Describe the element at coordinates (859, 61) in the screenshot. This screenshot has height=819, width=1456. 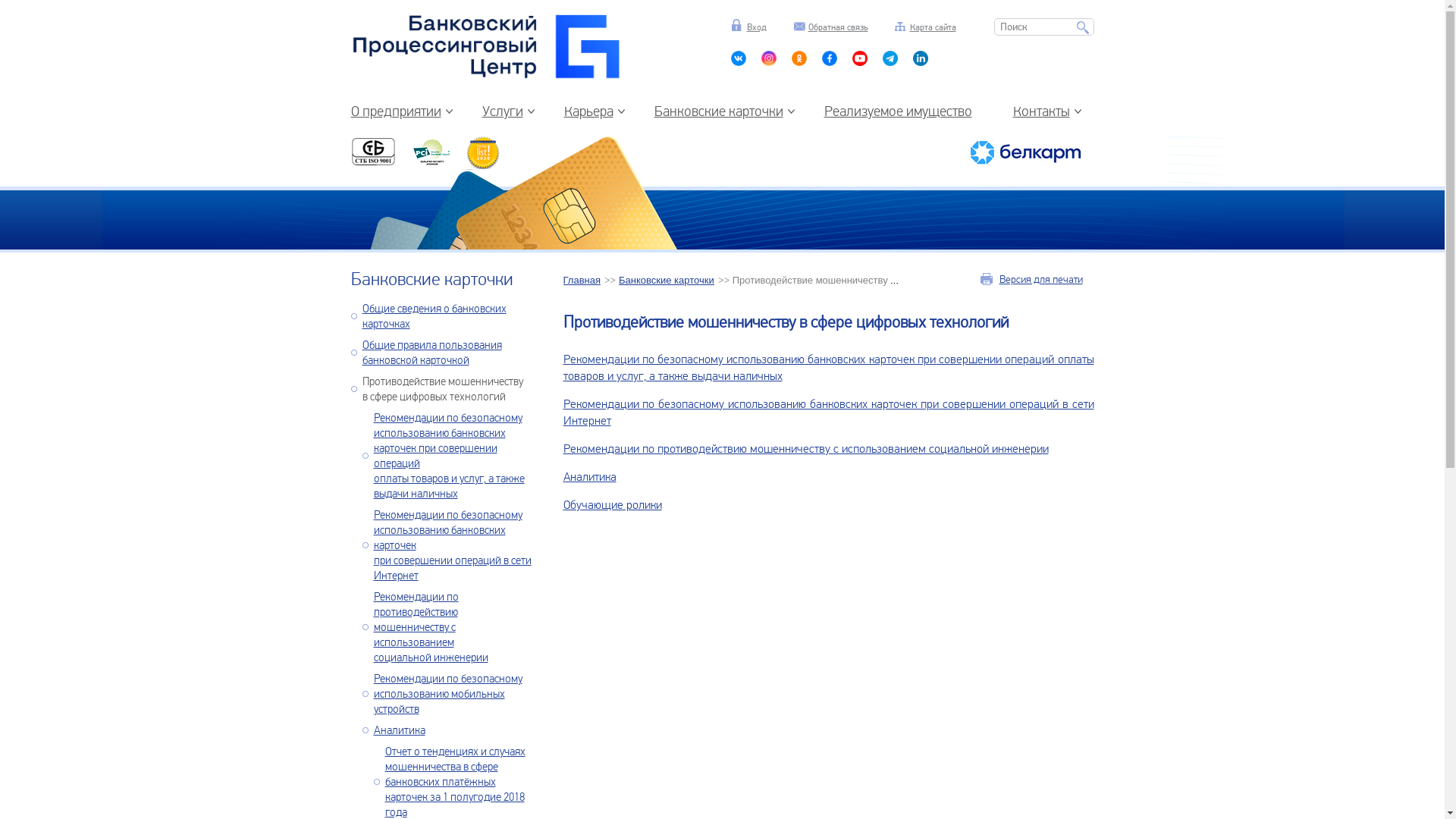
I see `'Facebook'` at that location.